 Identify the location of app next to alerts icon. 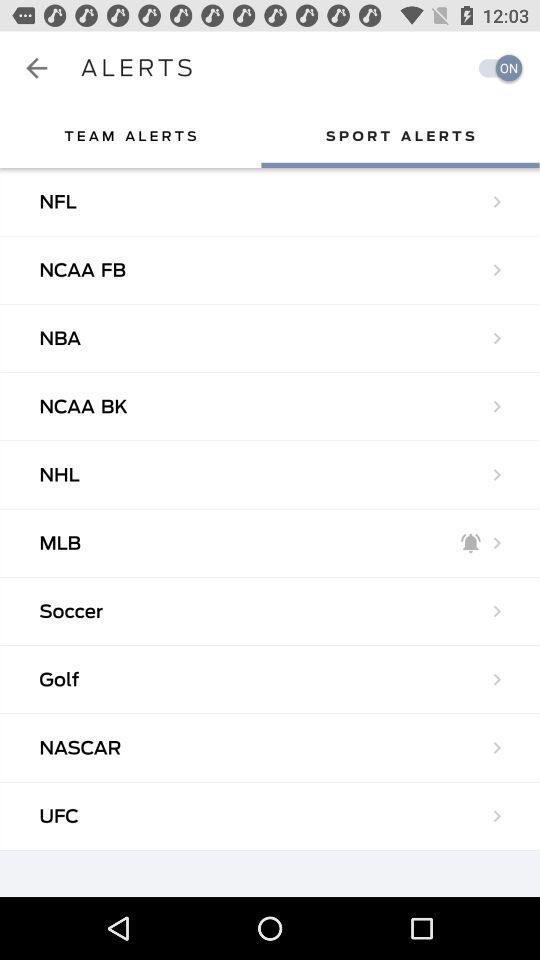
(36, 68).